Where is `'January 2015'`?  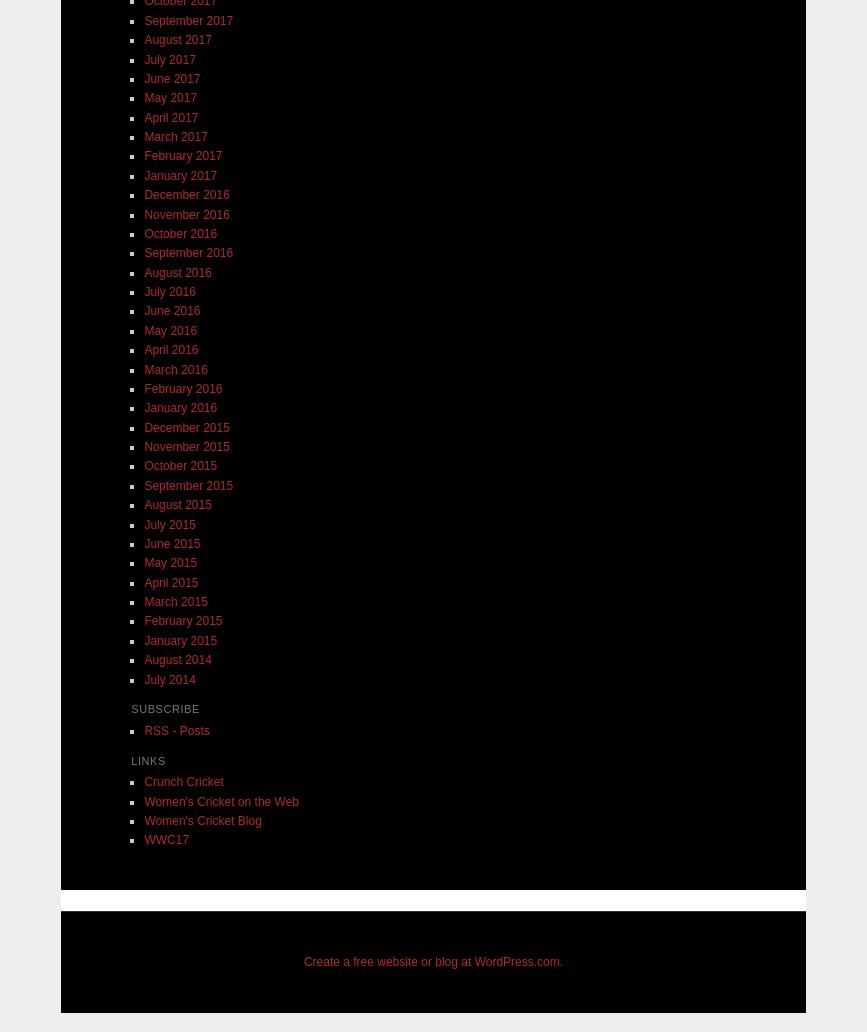 'January 2015' is located at coordinates (180, 640).